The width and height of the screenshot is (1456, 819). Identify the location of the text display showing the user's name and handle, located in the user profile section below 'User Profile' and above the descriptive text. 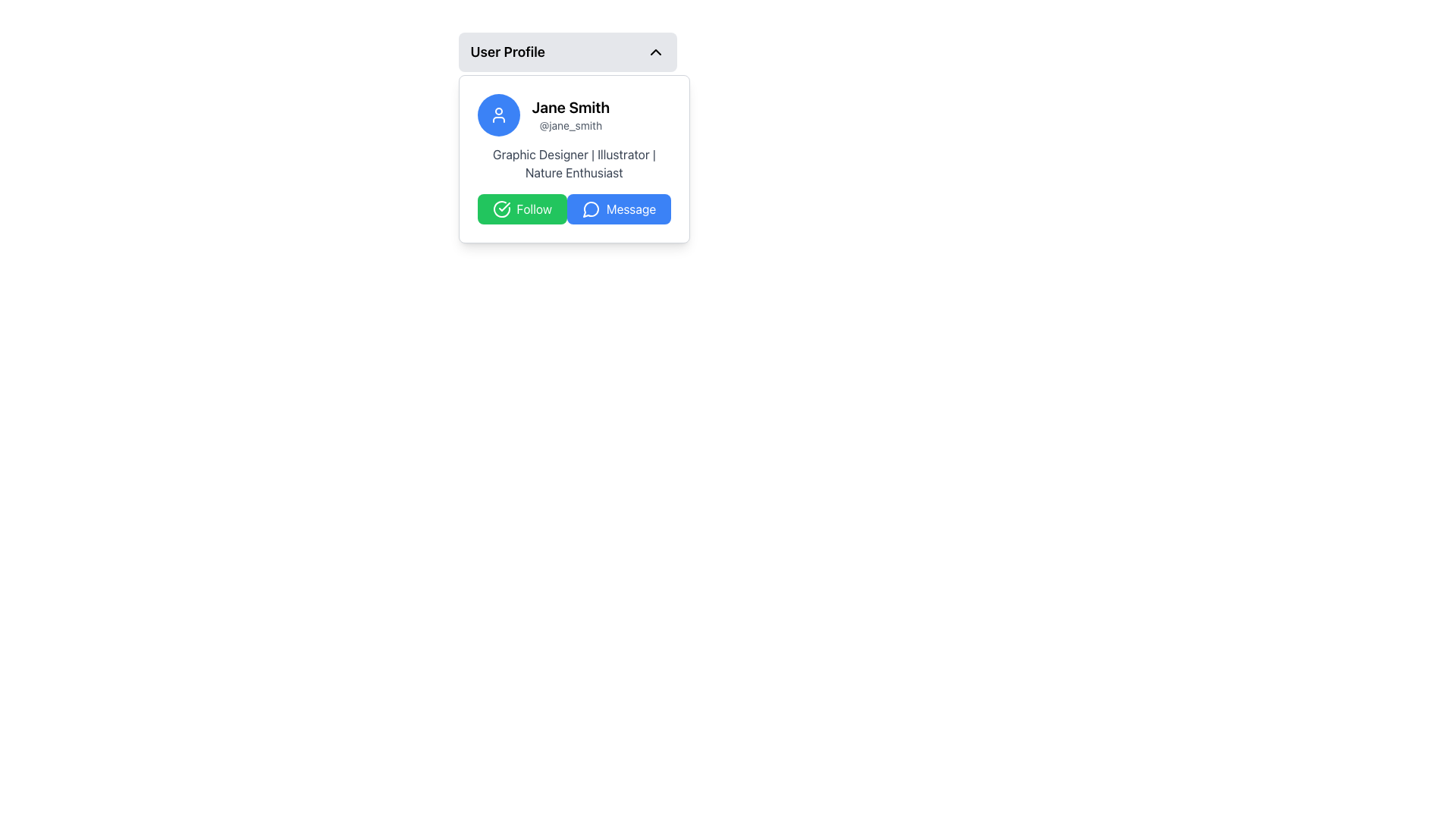
(573, 114).